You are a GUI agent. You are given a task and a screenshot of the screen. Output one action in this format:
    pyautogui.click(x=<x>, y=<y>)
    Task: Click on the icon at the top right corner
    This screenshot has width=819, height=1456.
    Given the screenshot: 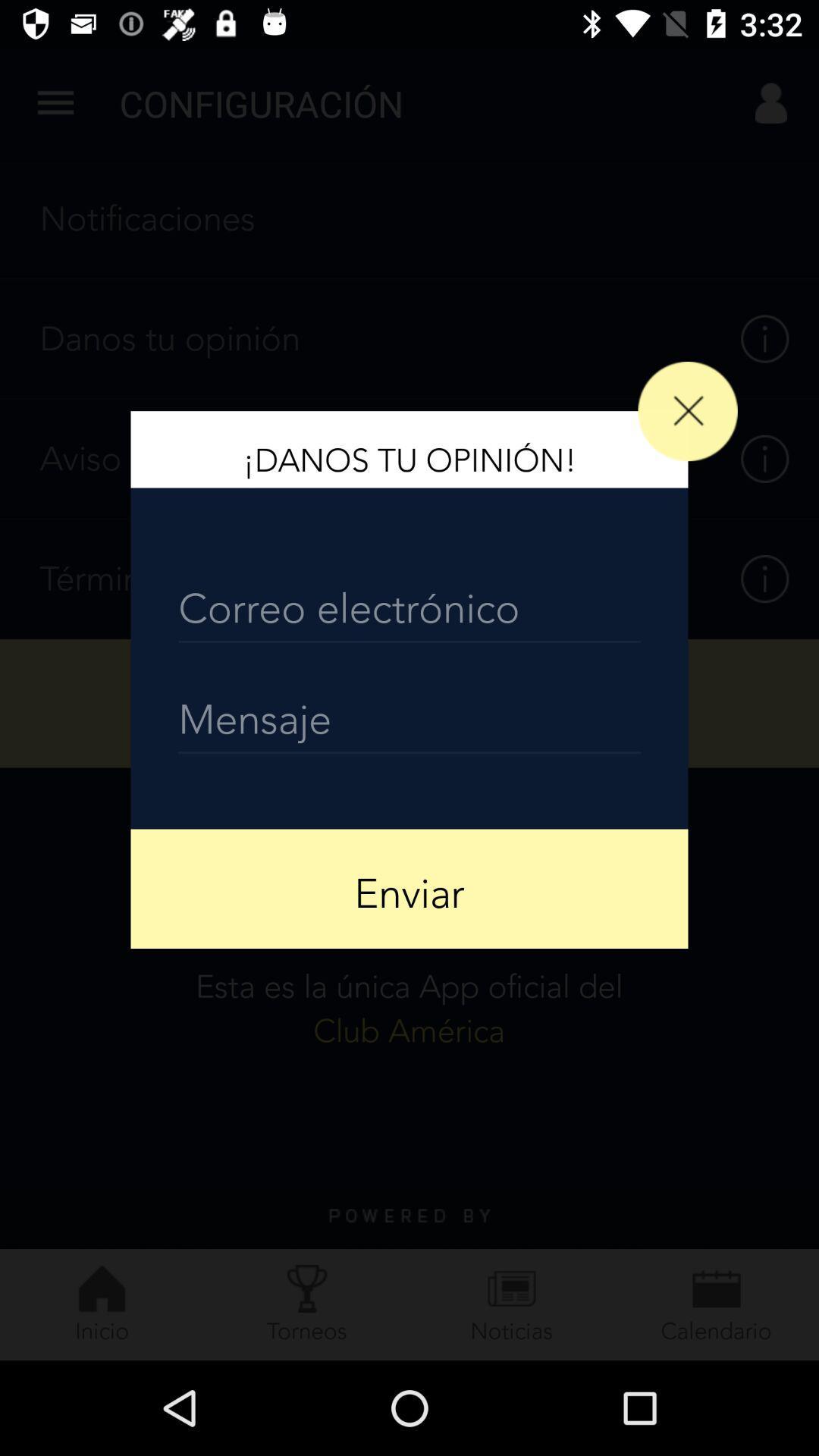 What is the action you would take?
    pyautogui.click(x=688, y=411)
    